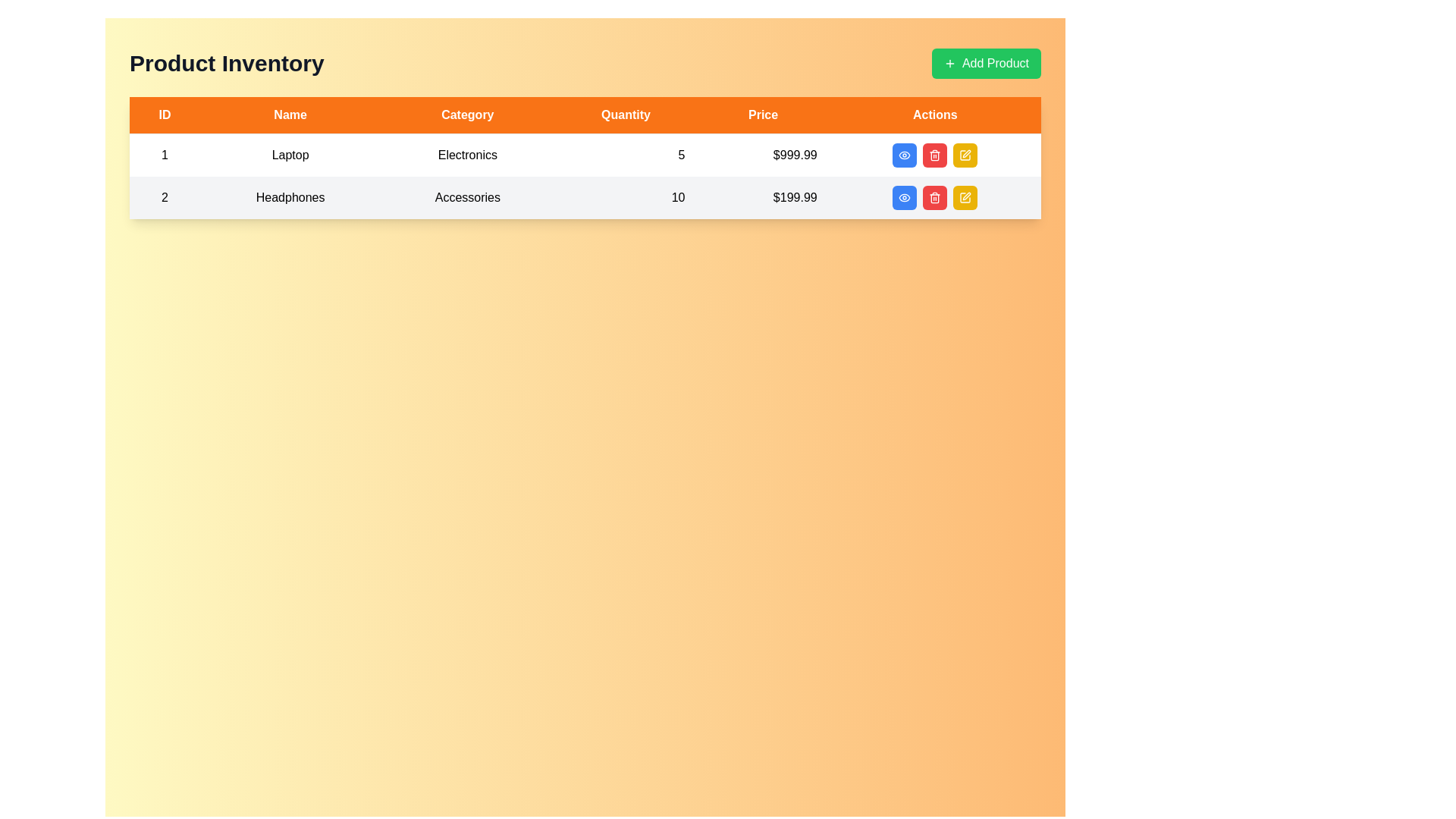 The height and width of the screenshot is (819, 1456). Describe the element at coordinates (934, 198) in the screenshot. I see `the trashcan icon located in the second row of the table under the 'Actions' column, part of the 'Trash' icon group` at that location.